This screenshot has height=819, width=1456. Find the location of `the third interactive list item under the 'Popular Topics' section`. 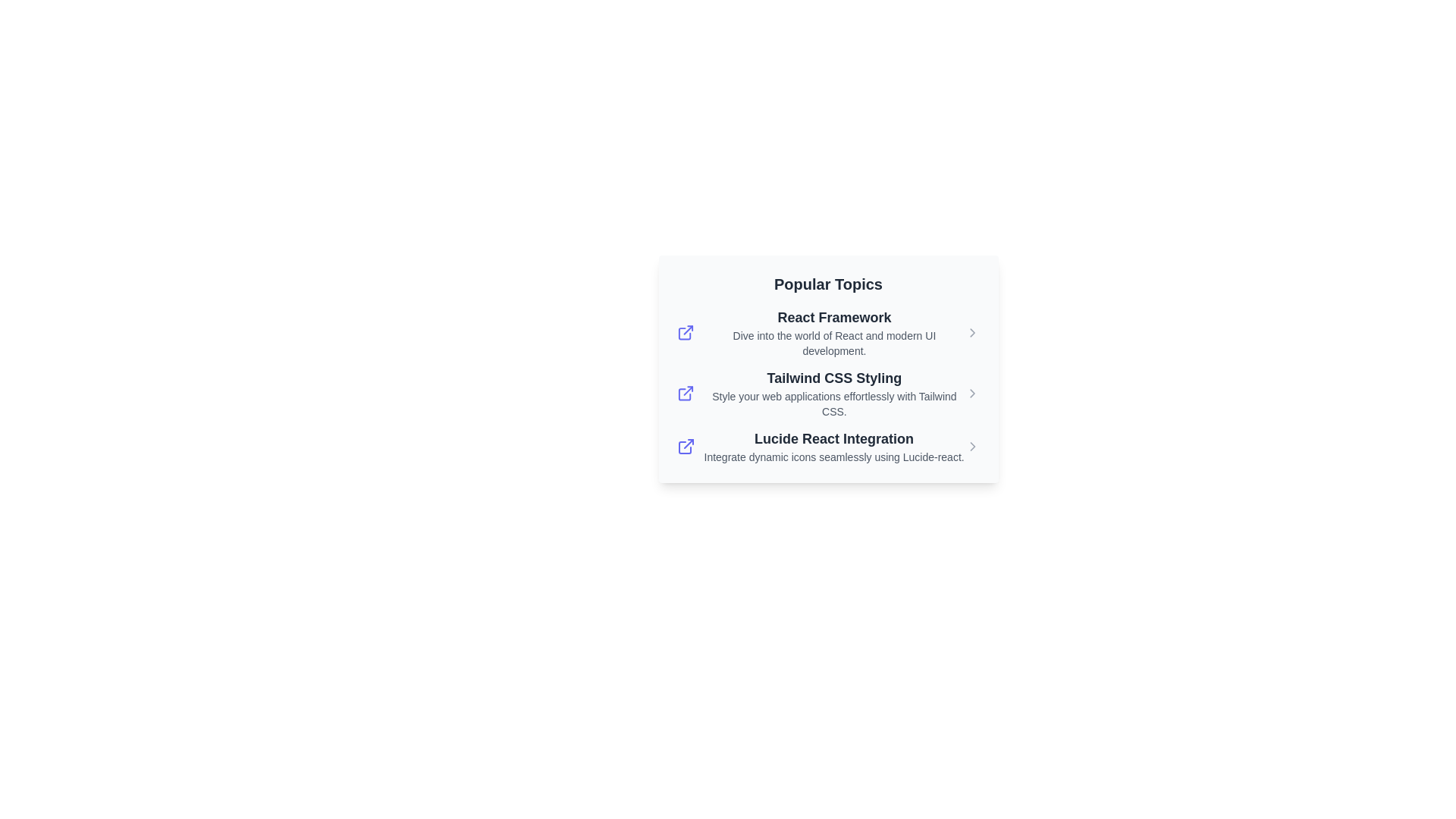

the third interactive list item under the 'Popular Topics' section is located at coordinates (827, 446).